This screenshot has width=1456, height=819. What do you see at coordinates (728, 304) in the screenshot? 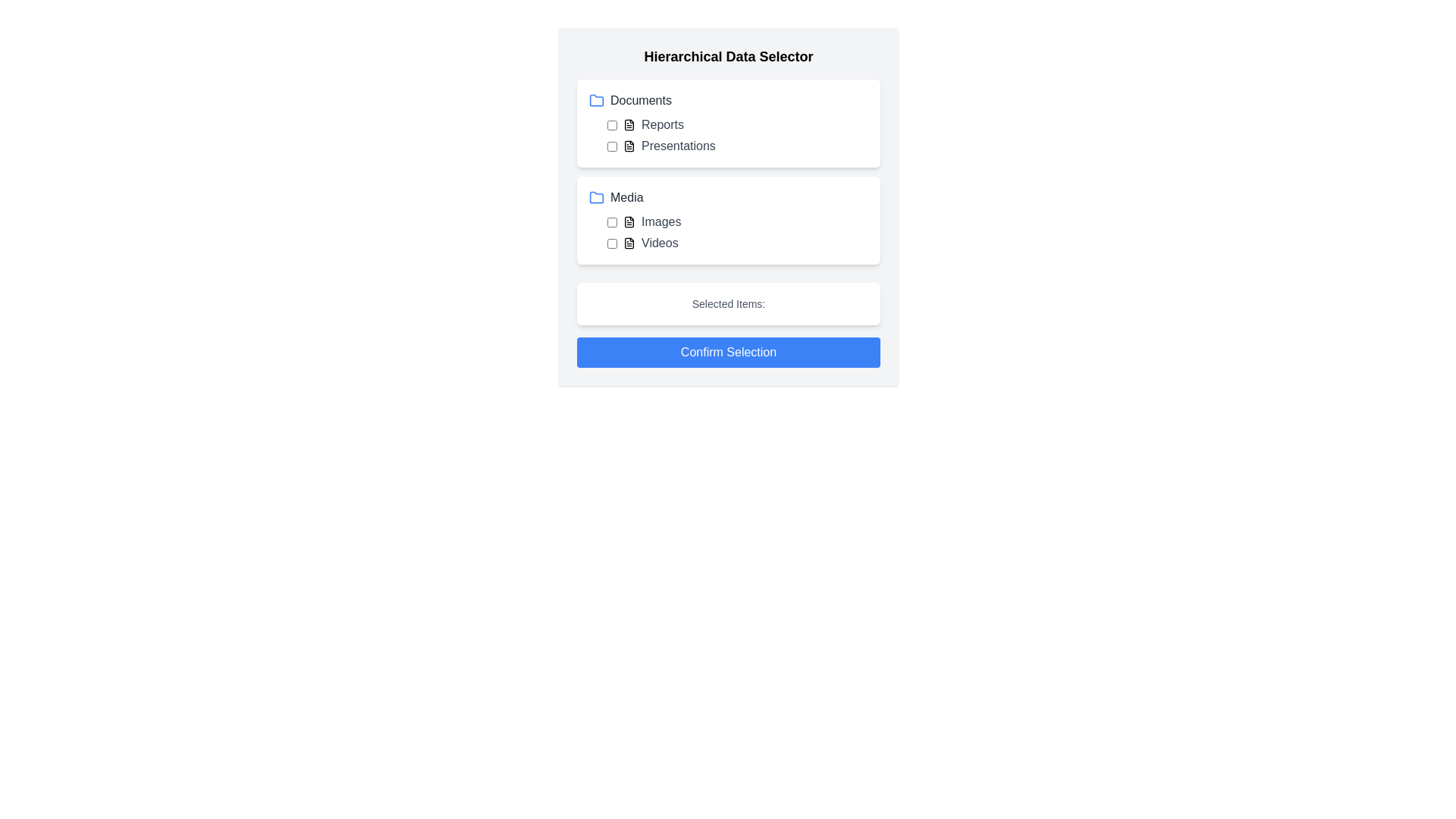
I see `the 'Selected Items:' text label, which is styled in a small, gray font and located within a white box above the 'Confirm Selection' button` at bounding box center [728, 304].